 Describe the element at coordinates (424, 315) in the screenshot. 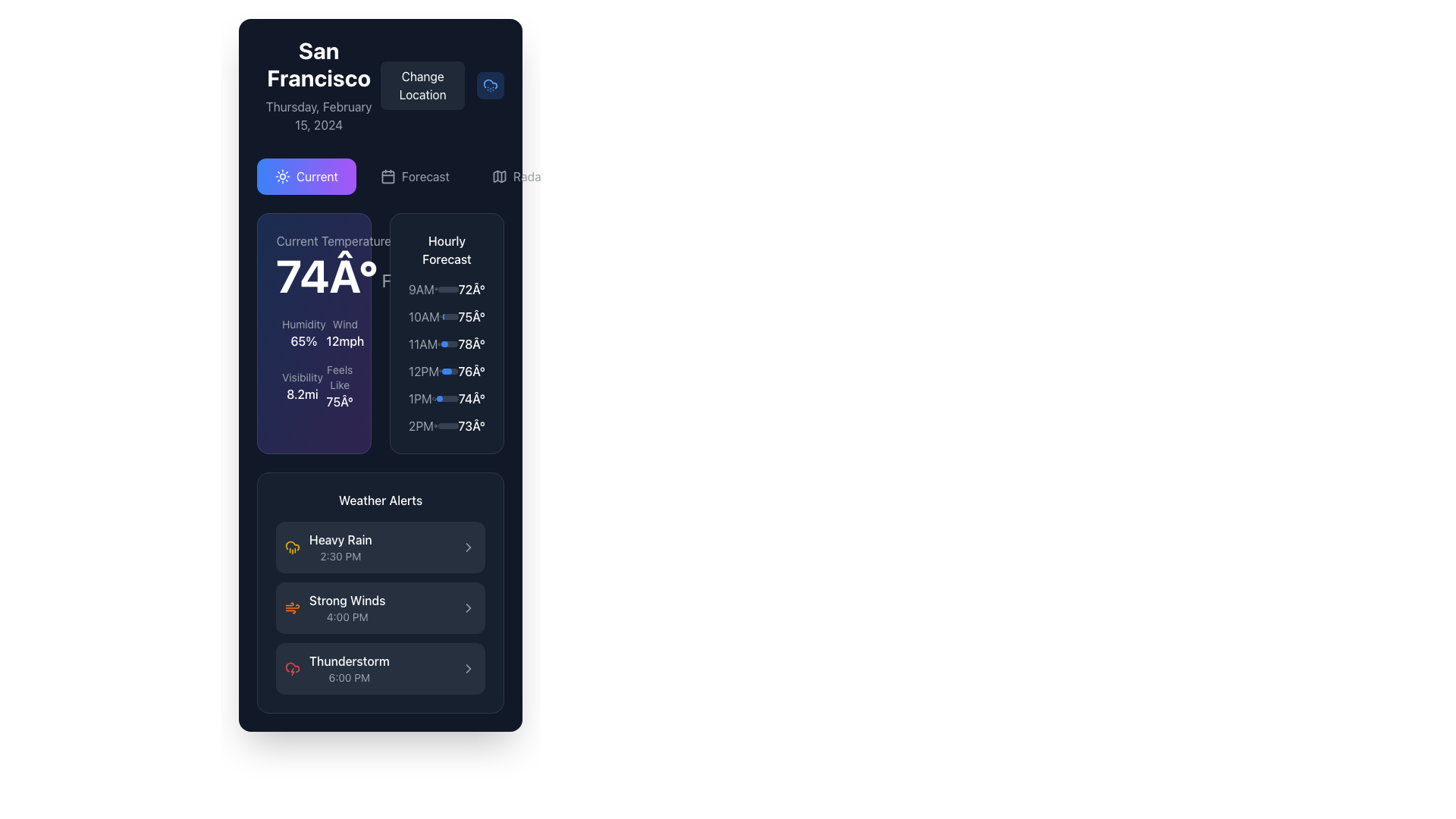

I see `the Text label that displays the time of the hourly forecast, located in the second row of the hourly forecast list, below '9AM 72°' and above '11AM 78°'` at that location.